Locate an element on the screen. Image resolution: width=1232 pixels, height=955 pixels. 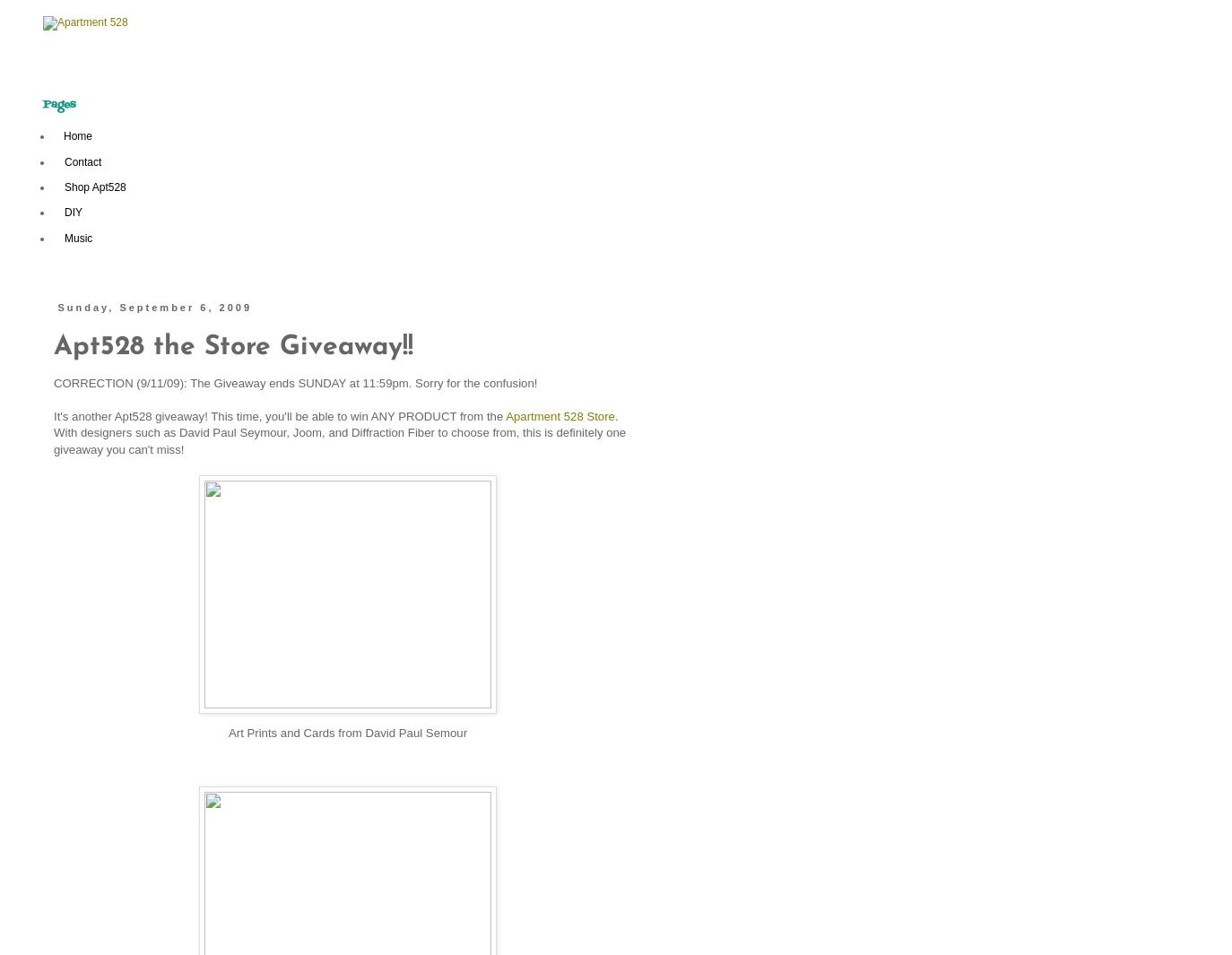
'Contact' is located at coordinates (82, 160).